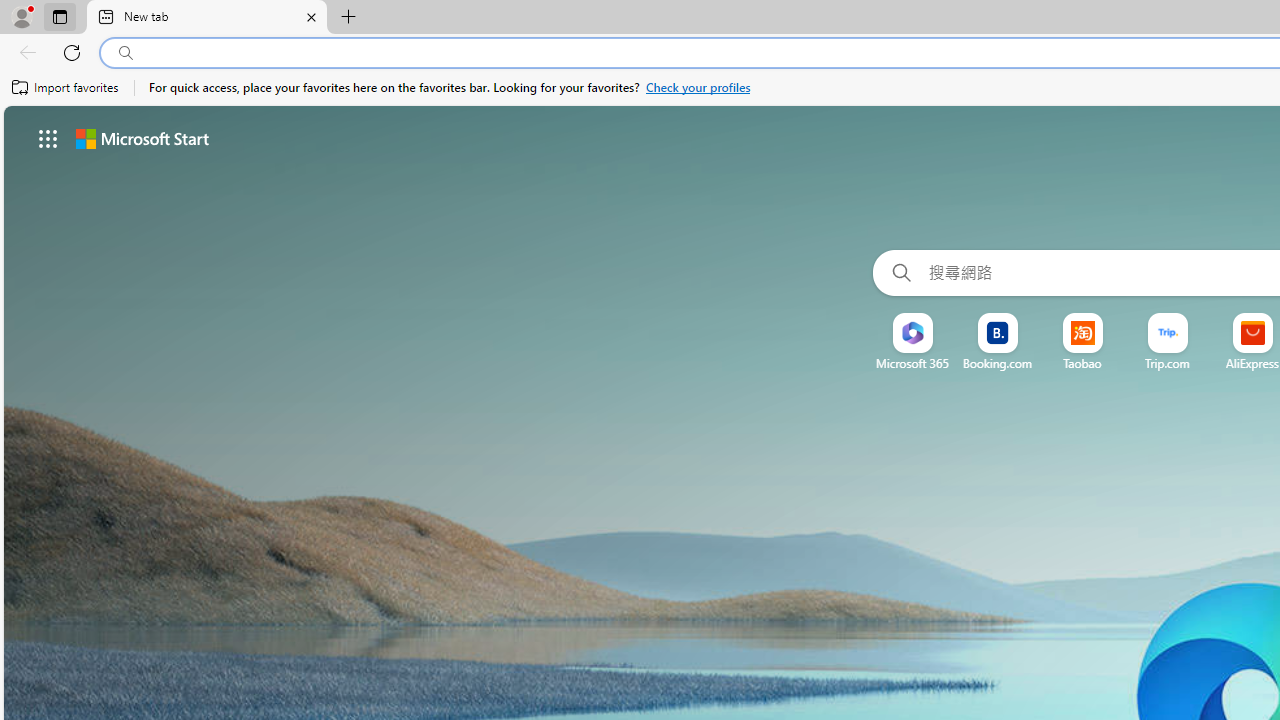 The width and height of the screenshot is (1280, 720). I want to click on 'Search icon', so click(125, 52).